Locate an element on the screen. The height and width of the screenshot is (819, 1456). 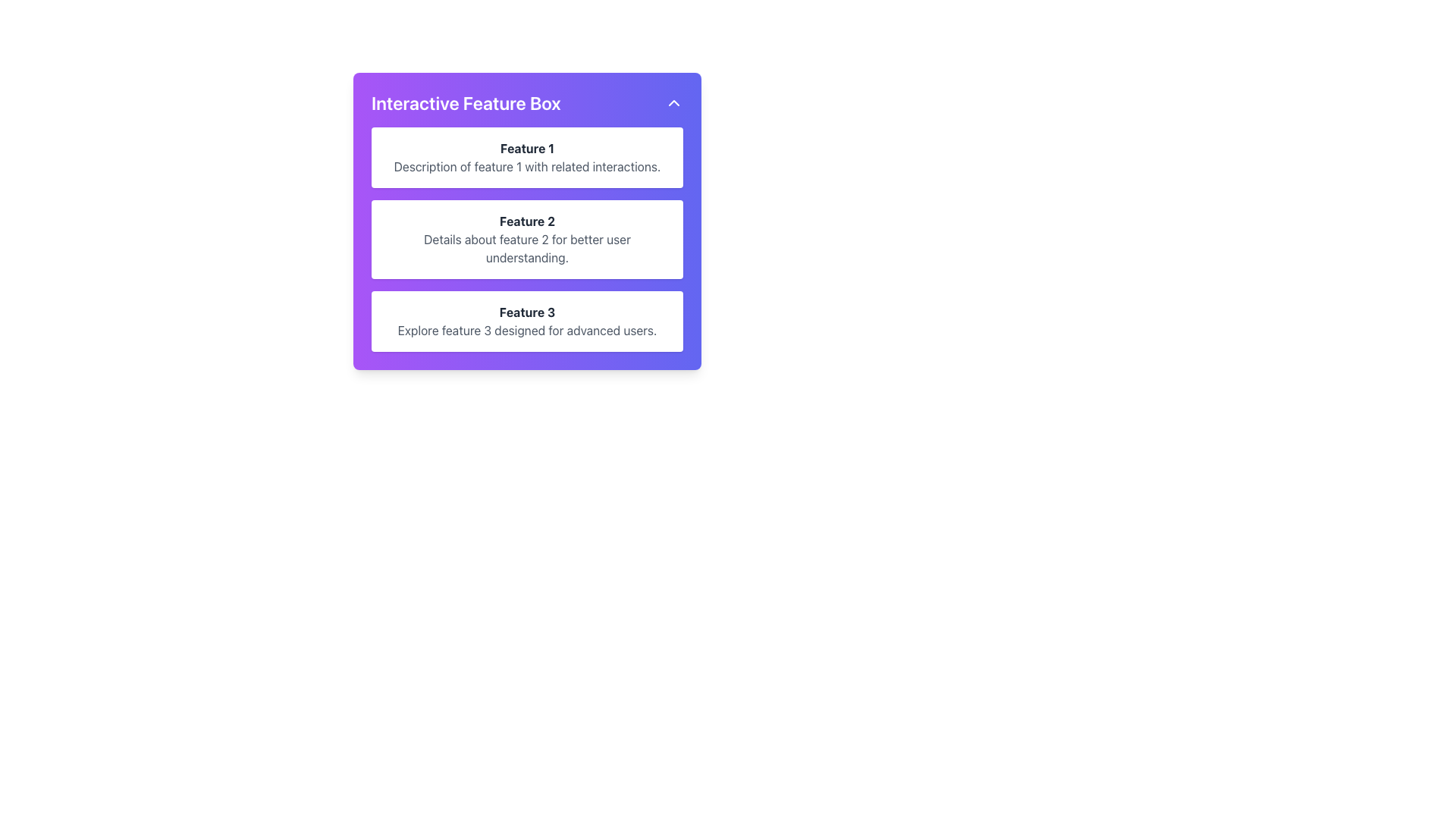
the upward-pointing triangle button located at the top right corner of the 'Interactive Feature Box' is located at coordinates (673, 102).